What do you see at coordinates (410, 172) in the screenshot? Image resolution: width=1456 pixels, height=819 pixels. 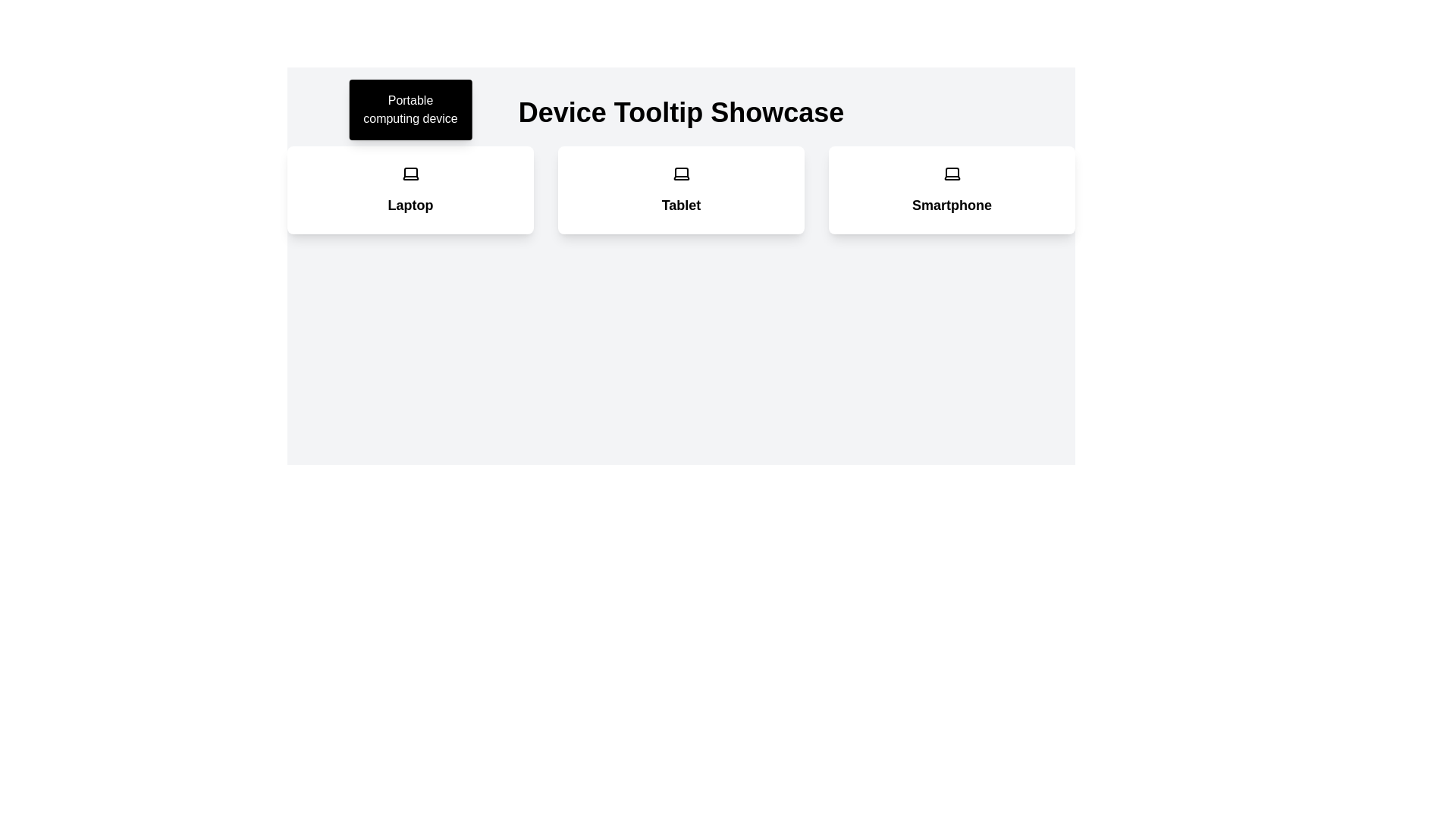 I see `the laptop icon, which is centrally aligned in the first card of a horizontal row representing the 'Laptop' category` at bounding box center [410, 172].